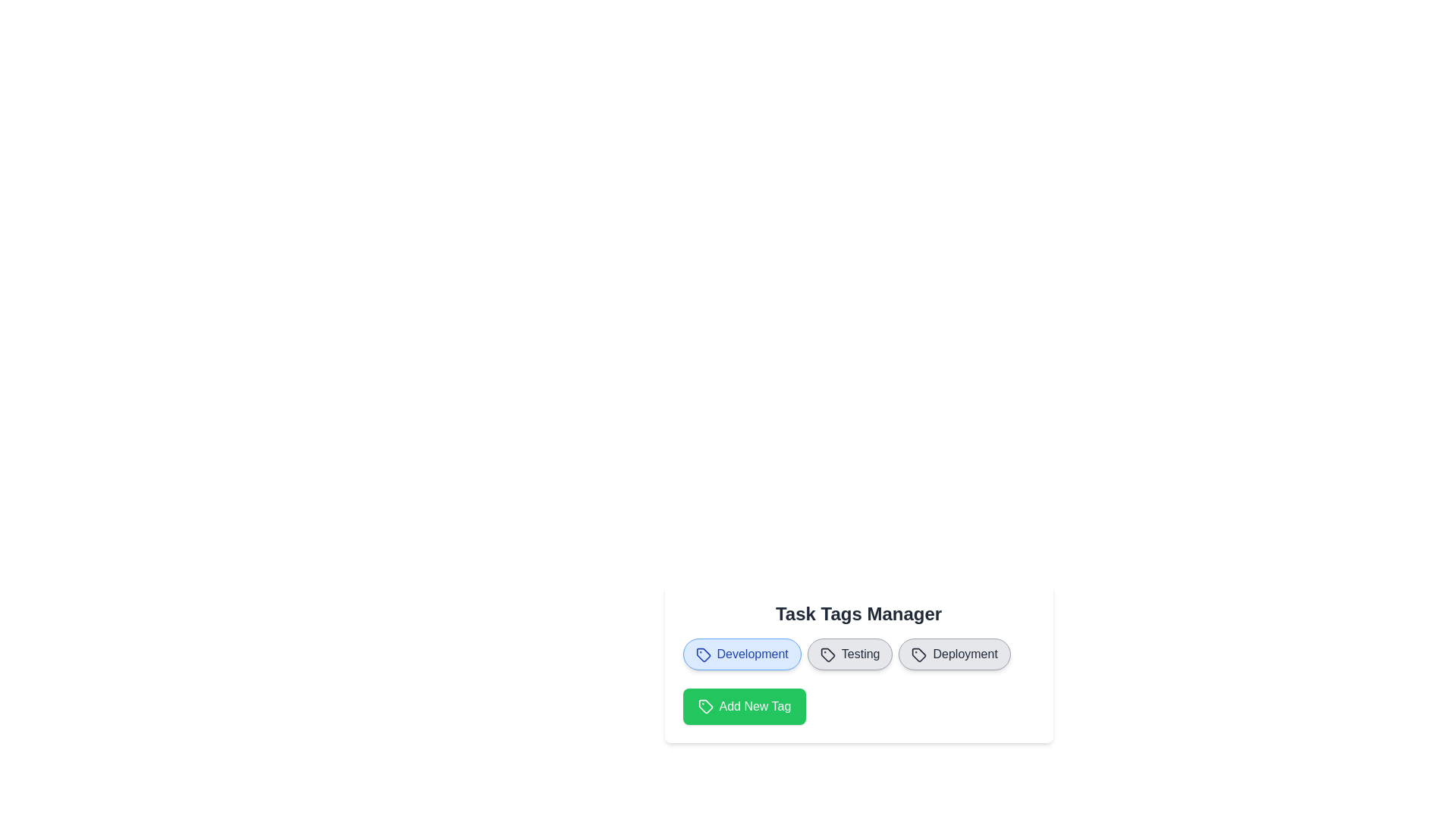 The height and width of the screenshot is (819, 1456). Describe the element at coordinates (704, 707) in the screenshot. I see `the green button labeled 'Add New Tag' which contains a graphical icon shaped like a tag or label with a hollow circle` at that location.